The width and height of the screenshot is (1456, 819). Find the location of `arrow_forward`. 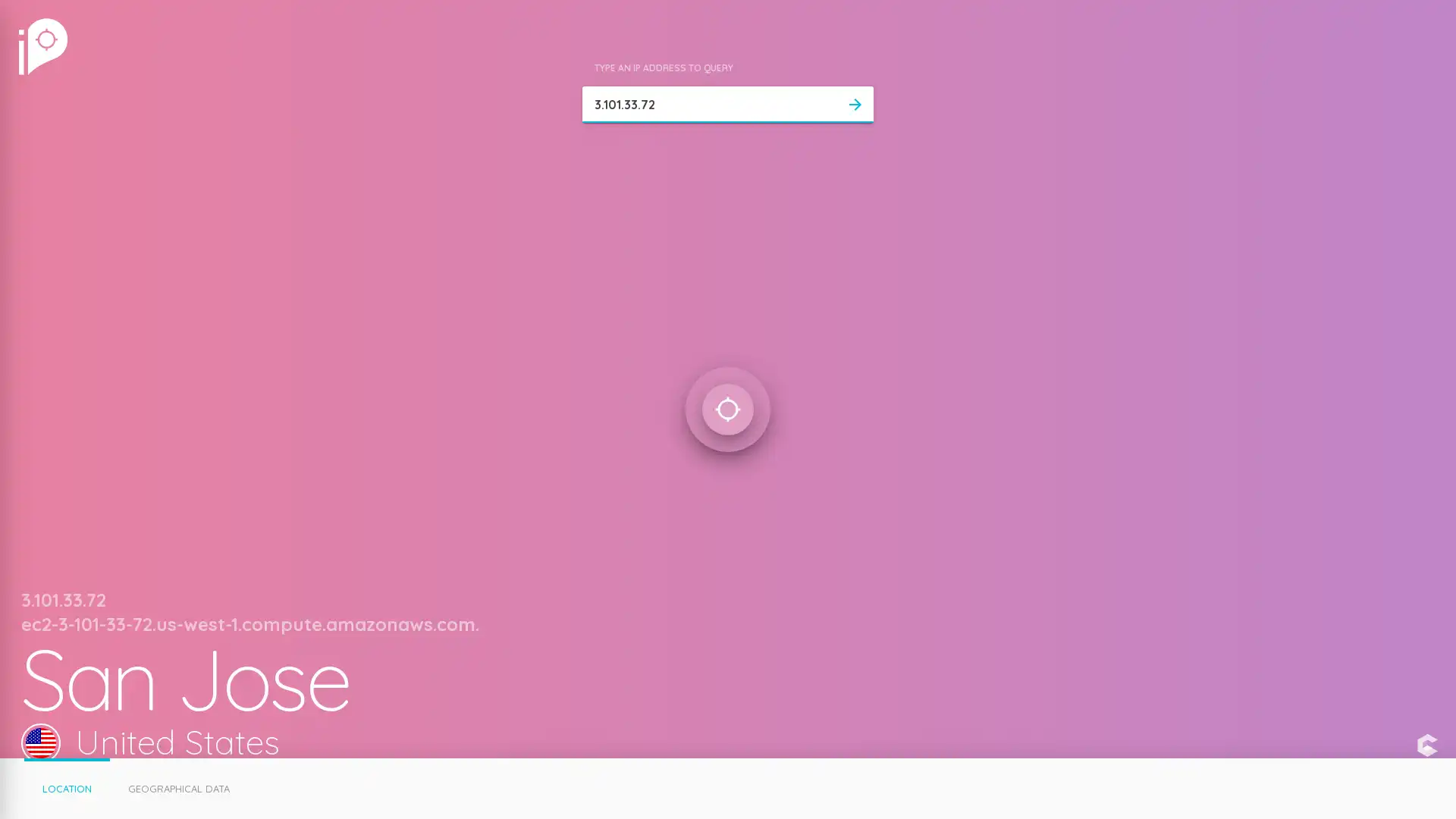

arrow_forward is located at coordinates (855, 104).